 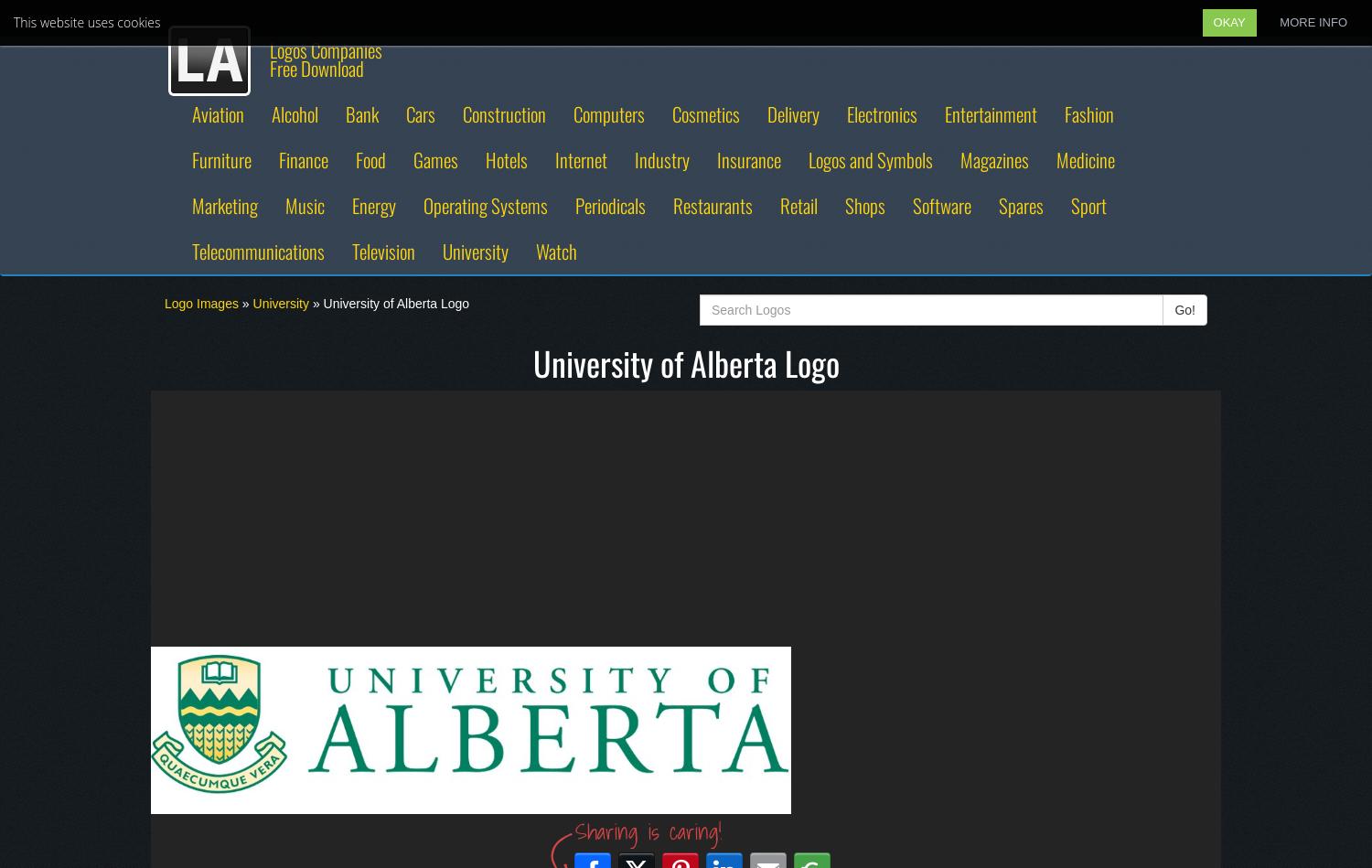 What do you see at coordinates (647, 830) in the screenshot?
I see `'Sharing is caring!'` at bounding box center [647, 830].